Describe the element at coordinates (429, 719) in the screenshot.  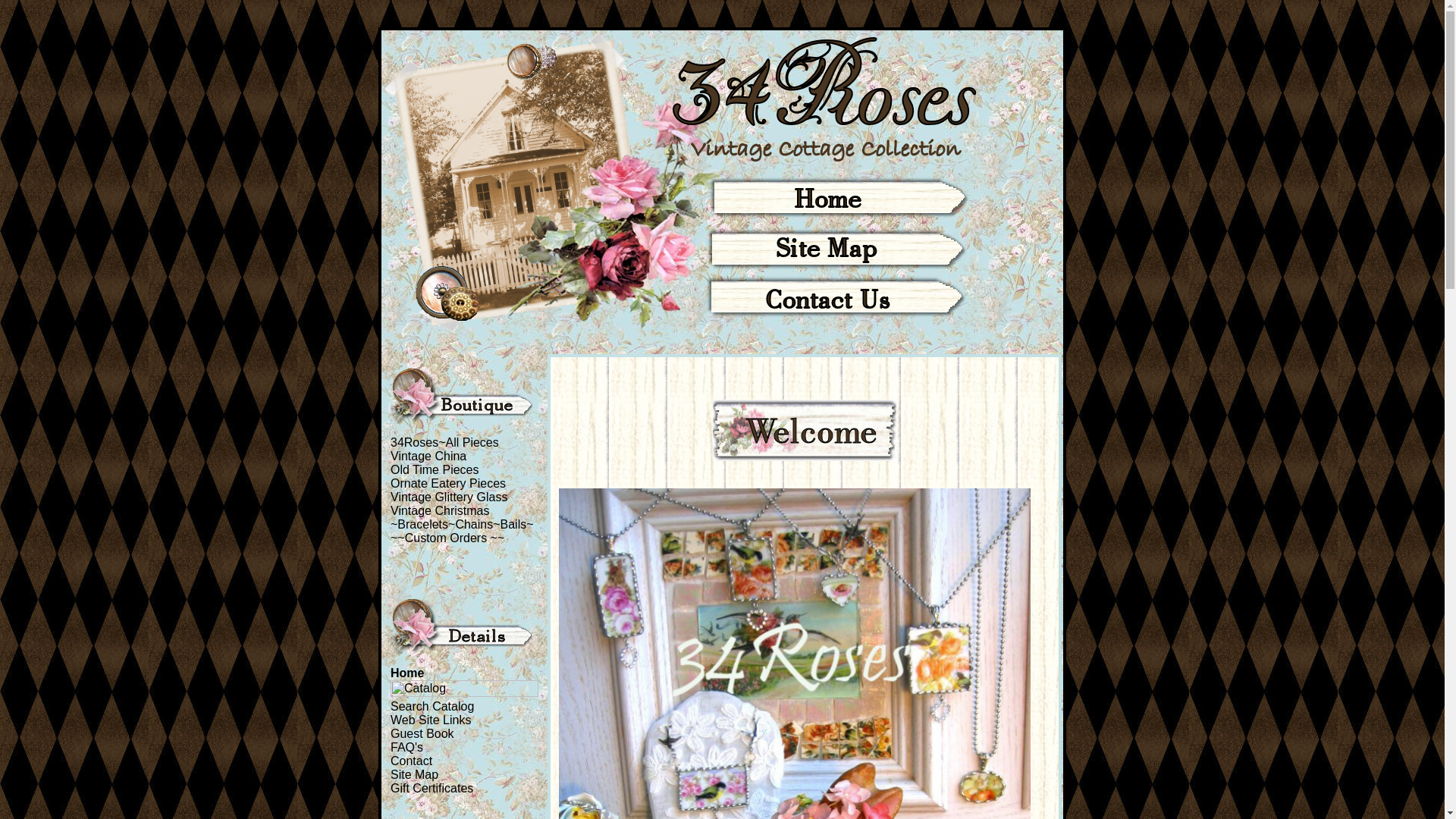
I see `'Web Site Links'` at that location.